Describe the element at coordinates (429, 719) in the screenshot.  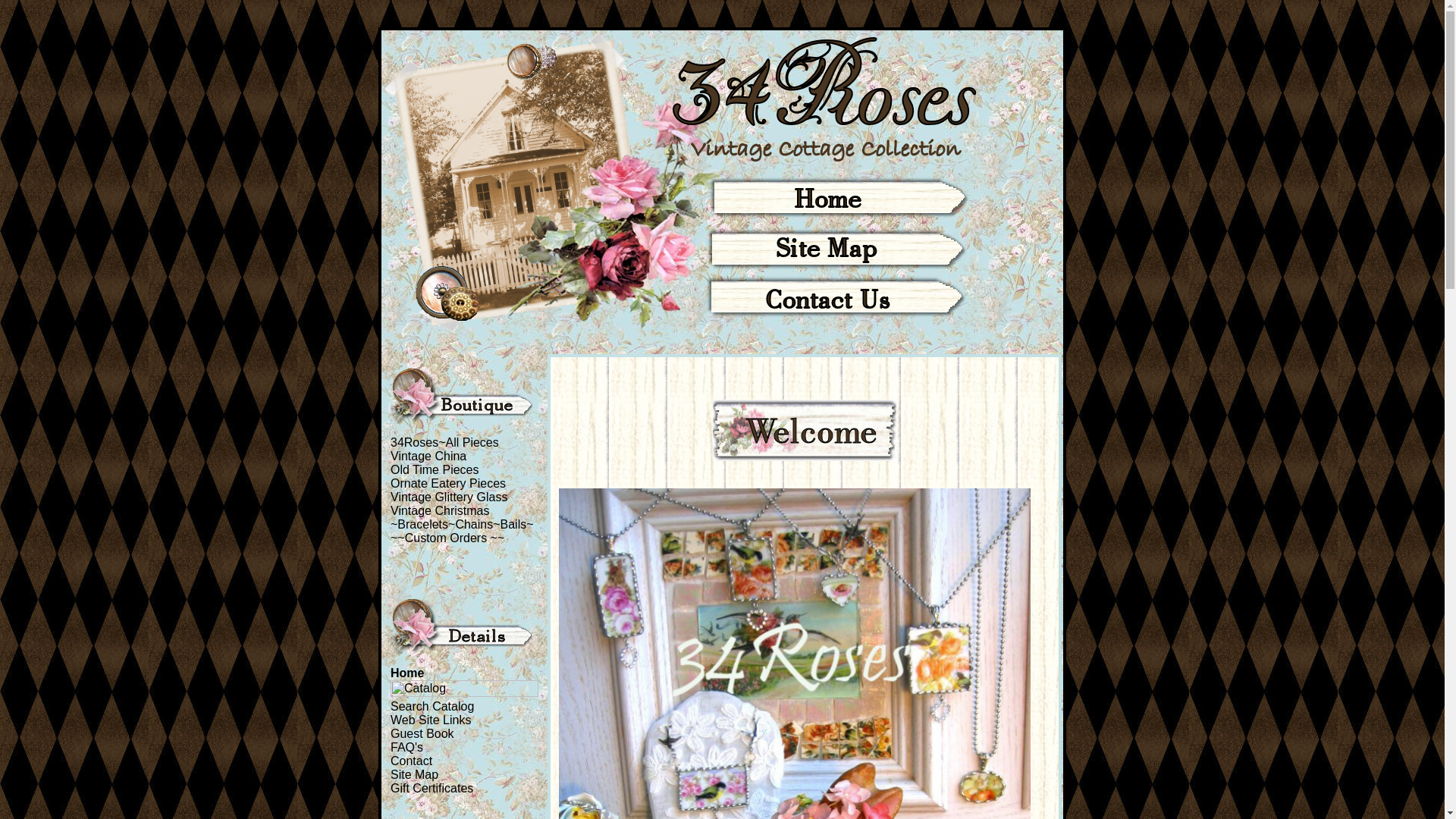
I see `'Web Site Links'` at that location.